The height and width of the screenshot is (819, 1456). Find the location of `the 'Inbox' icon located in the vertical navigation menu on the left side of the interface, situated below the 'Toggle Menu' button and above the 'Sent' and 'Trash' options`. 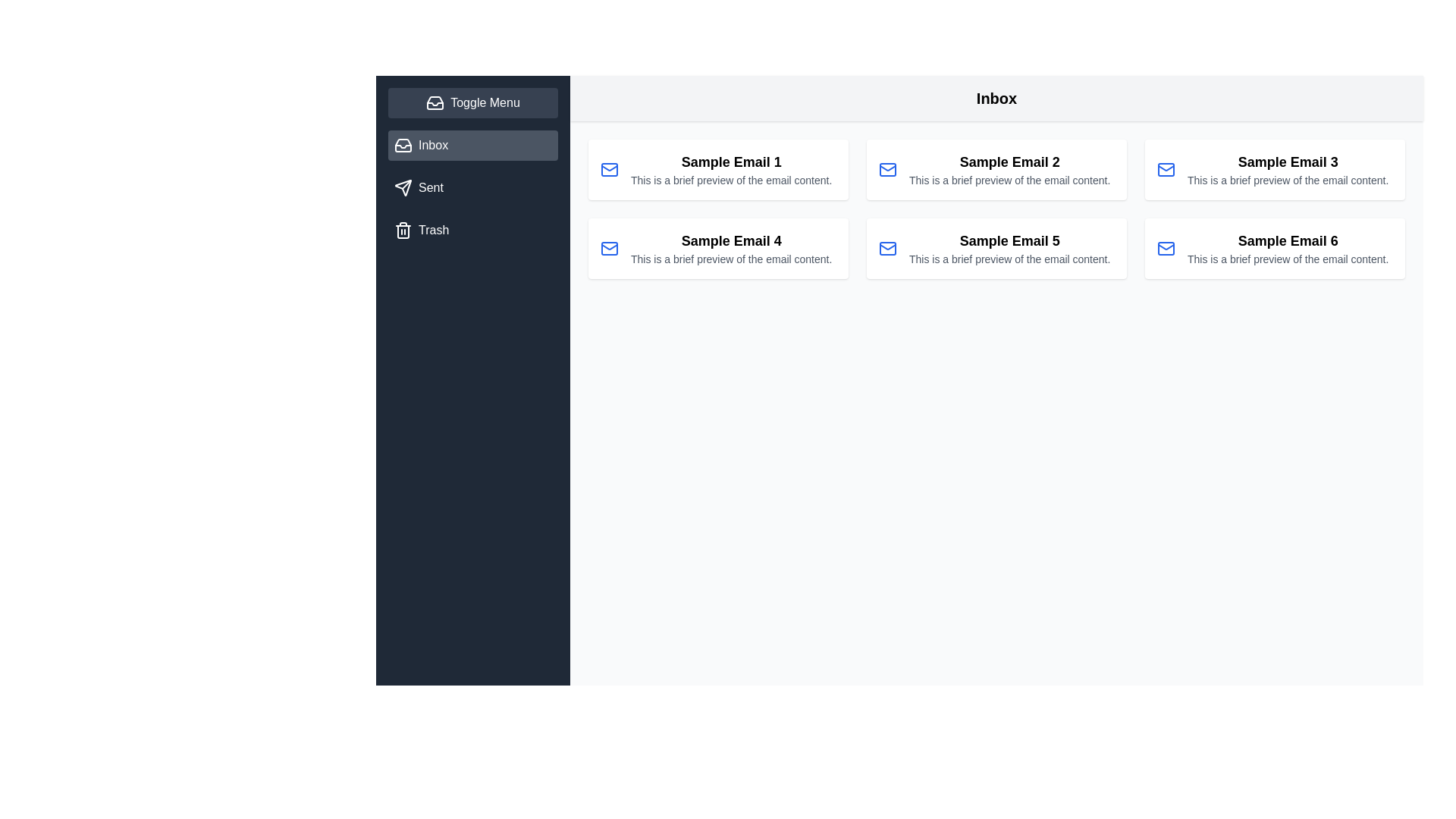

the 'Inbox' icon located in the vertical navigation menu on the left side of the interface, situated below the 'Toggle Menu' button and above the 'Sent' and 'Trash' options is located at coordinates (403, 146).